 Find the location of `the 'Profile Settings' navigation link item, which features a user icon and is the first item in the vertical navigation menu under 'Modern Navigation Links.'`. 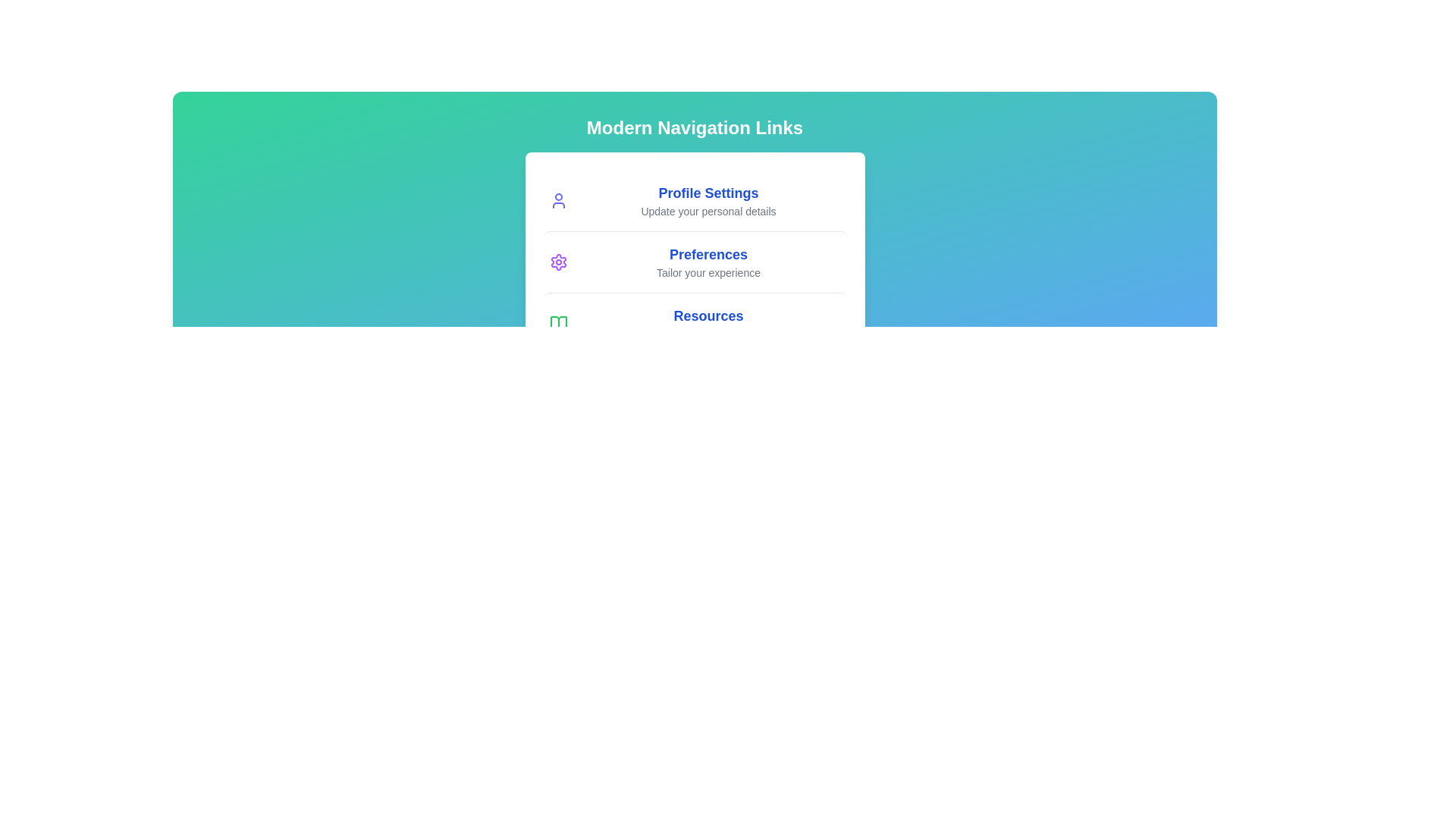

the 'Profile Settings' navigation link item, which features a user icon and is the first item in the vertical navigation menu under 'Modern Navigation Links.' is located at coordinates (694, 200).